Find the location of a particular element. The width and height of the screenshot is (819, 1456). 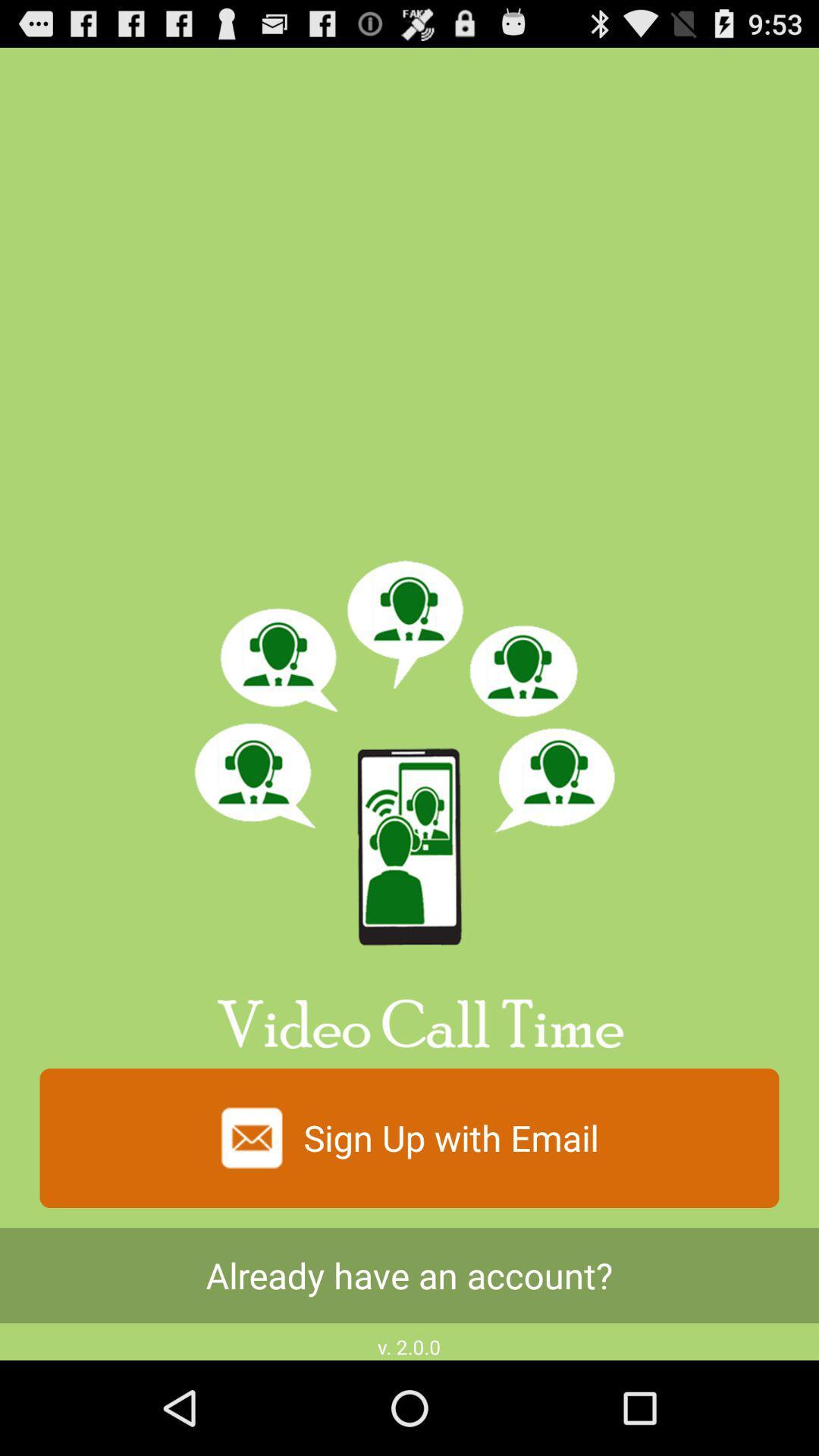

already have an item is located at coordinates (409, 1275).